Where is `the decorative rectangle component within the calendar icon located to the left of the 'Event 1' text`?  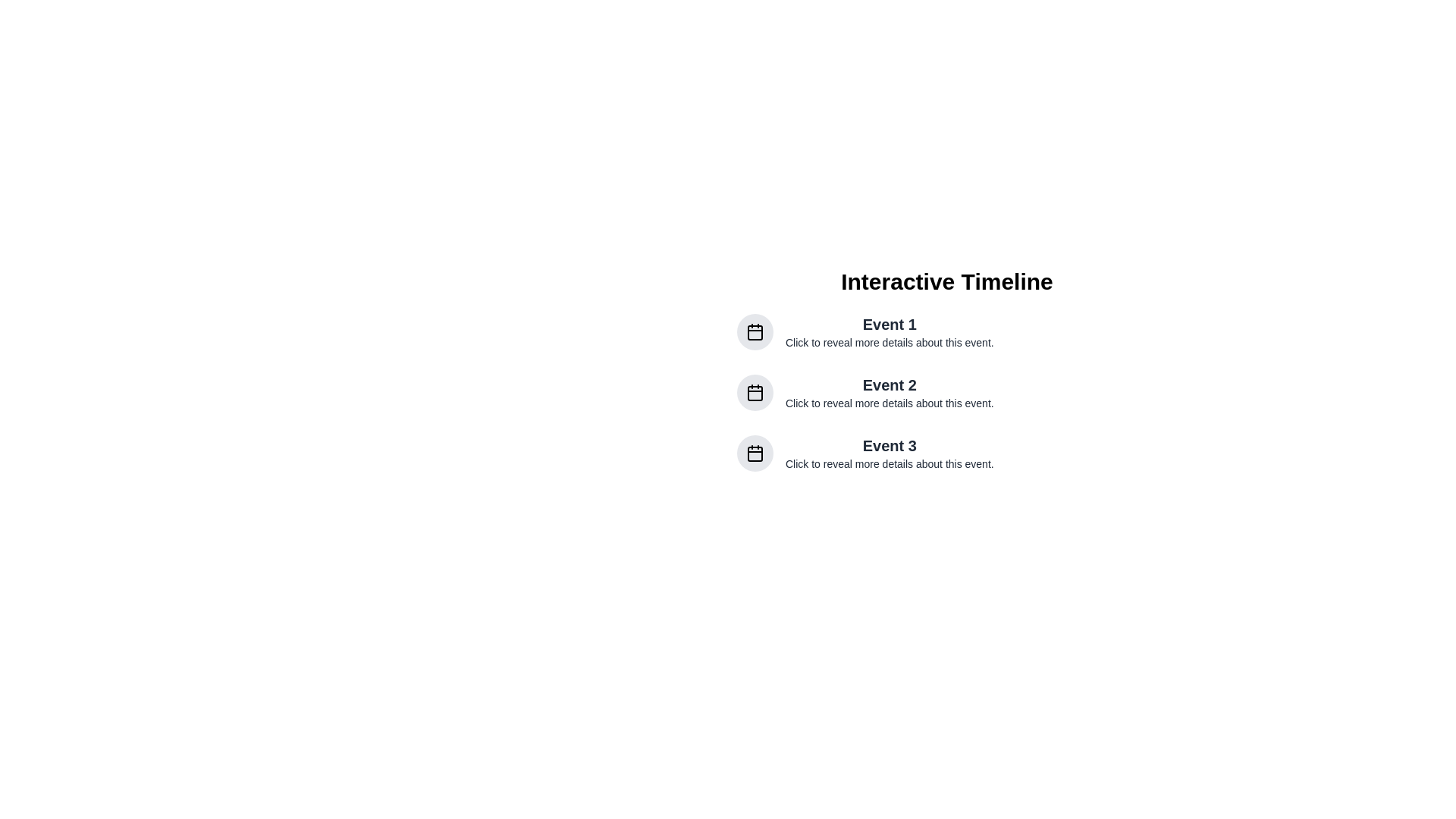 the decorative rectangle component within the calendar icon located to the left of the 'Event 1' text is located at coordinates (755, 332).